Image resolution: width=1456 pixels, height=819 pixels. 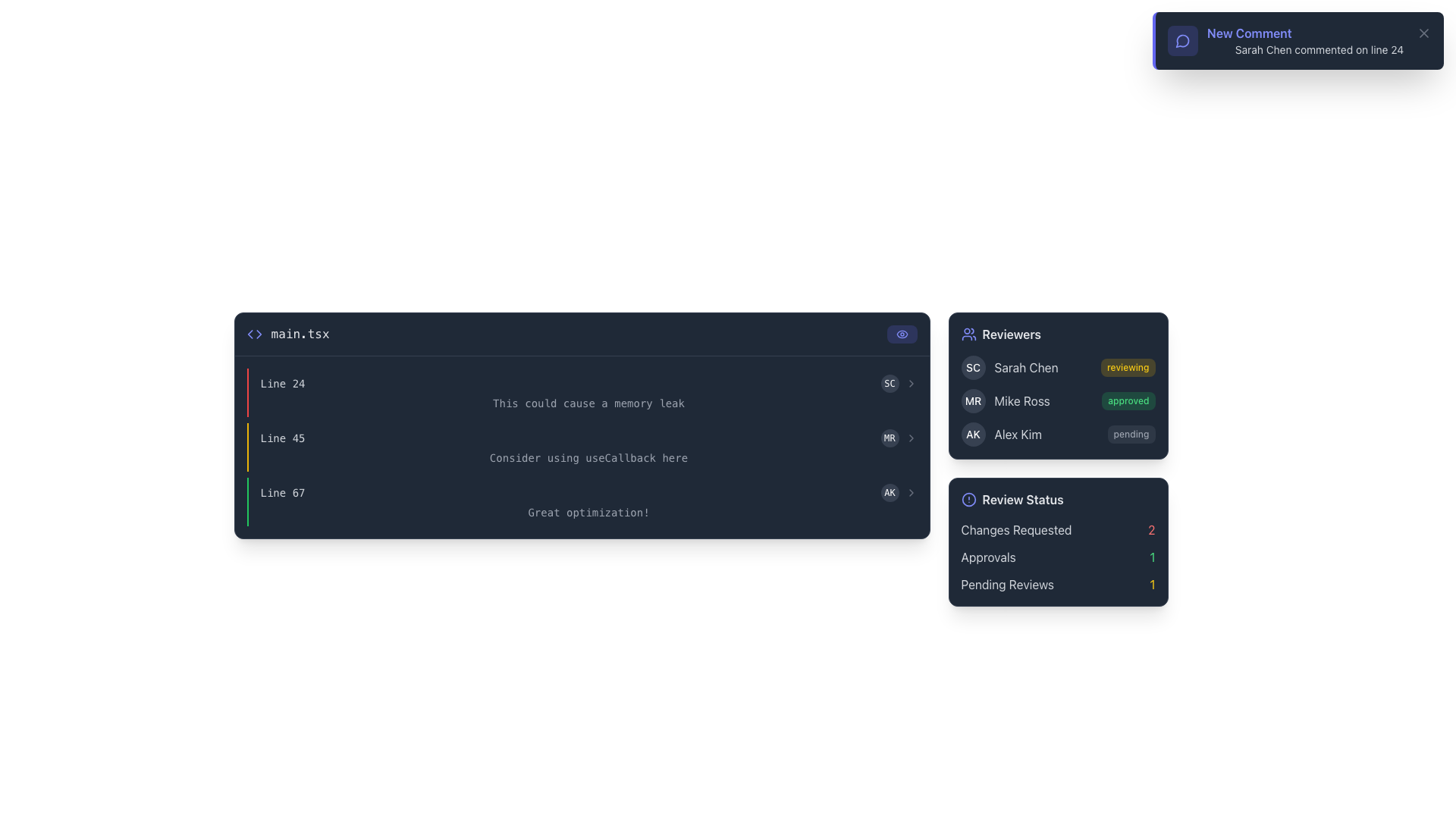 I want to click on the text label representing the 45th line in the code file, so click(x=283, y=438).